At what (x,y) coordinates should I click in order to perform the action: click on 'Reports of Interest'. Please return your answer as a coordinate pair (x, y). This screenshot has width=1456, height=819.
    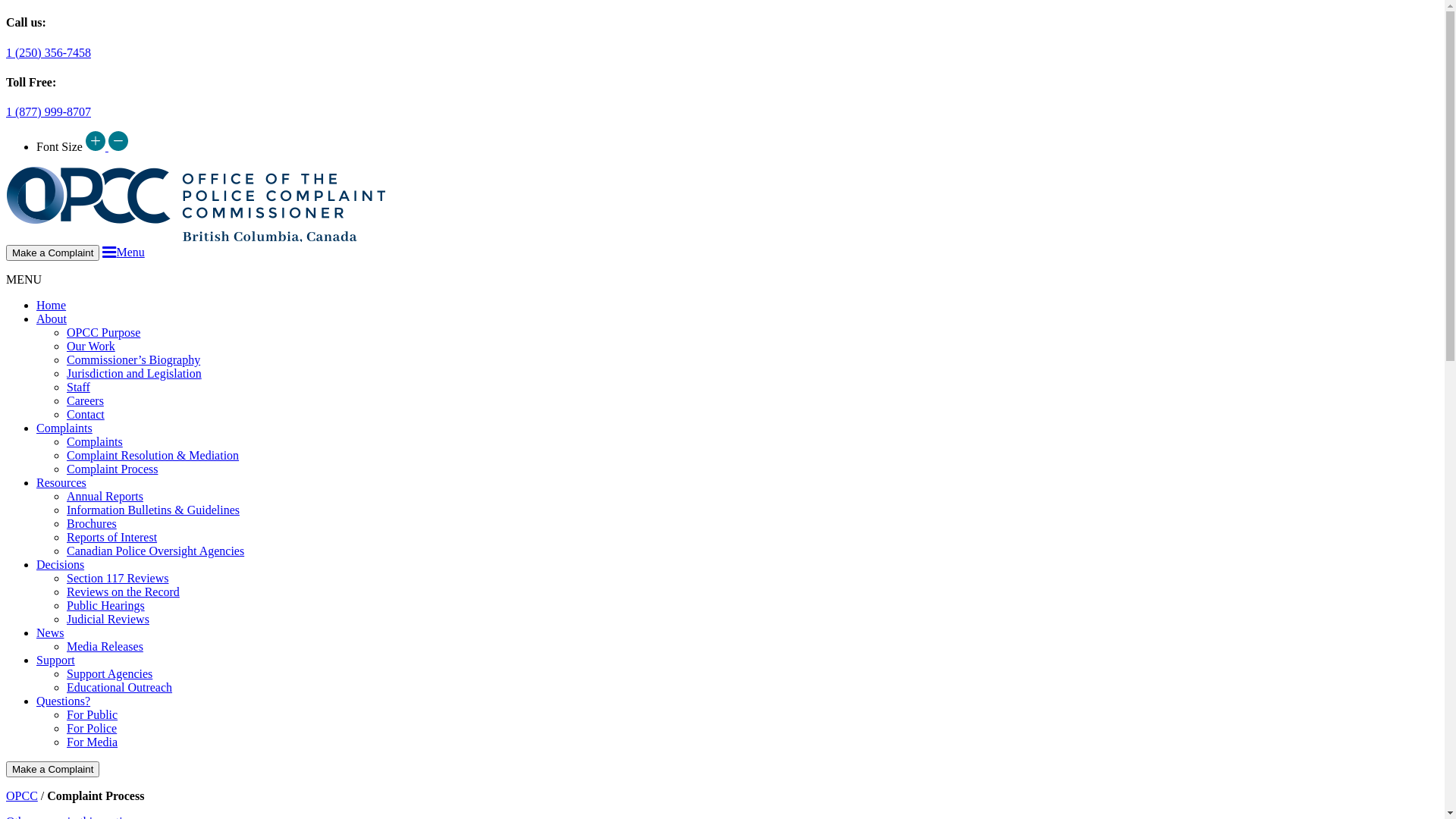
    Looking at the image, I should click on (111, 536).